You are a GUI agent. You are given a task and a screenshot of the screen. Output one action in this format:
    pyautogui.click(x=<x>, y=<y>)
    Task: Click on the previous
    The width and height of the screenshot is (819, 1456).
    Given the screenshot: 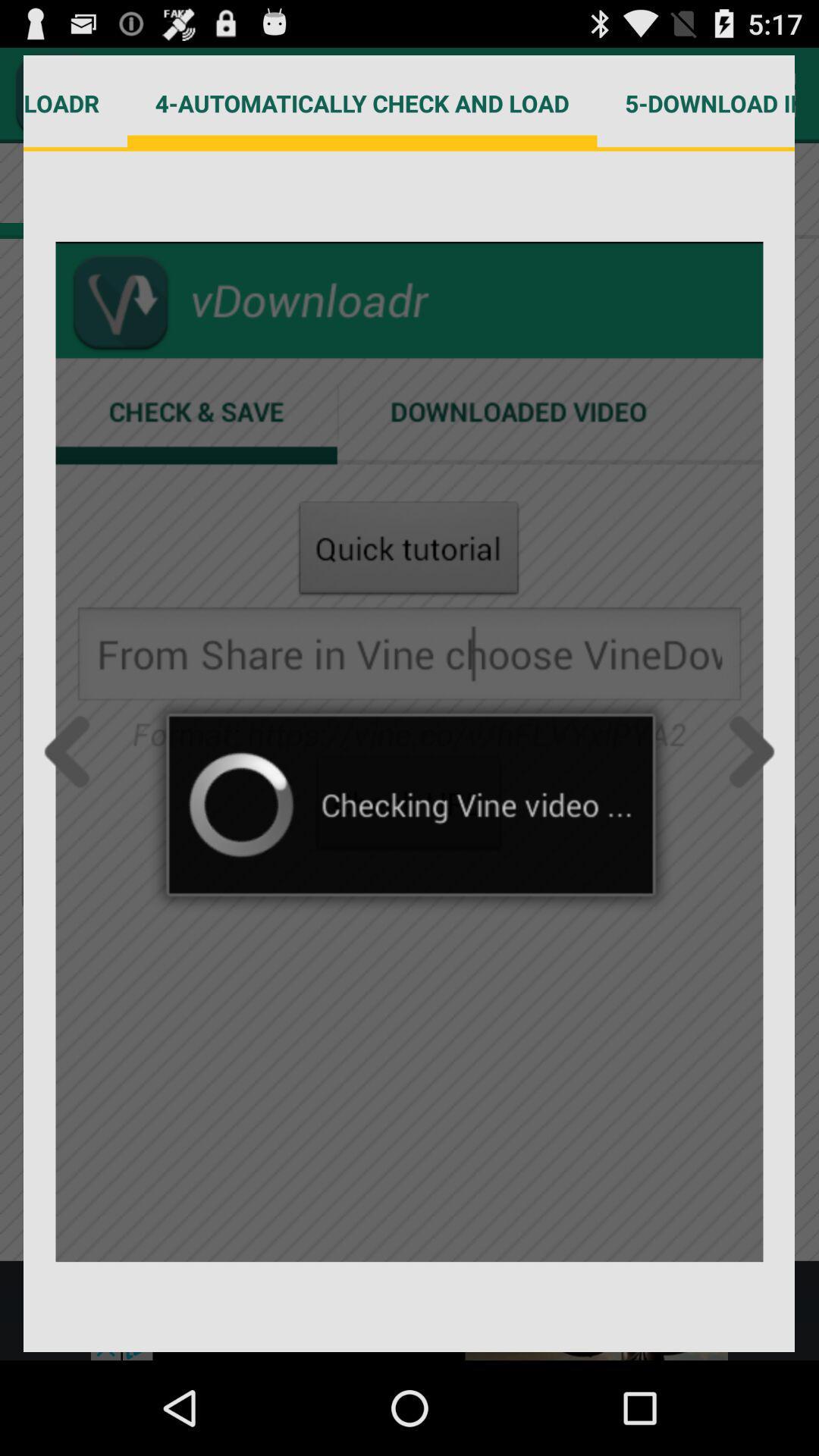 What is the action you would take?
    pyautogui.click(x=71, y=752)
    